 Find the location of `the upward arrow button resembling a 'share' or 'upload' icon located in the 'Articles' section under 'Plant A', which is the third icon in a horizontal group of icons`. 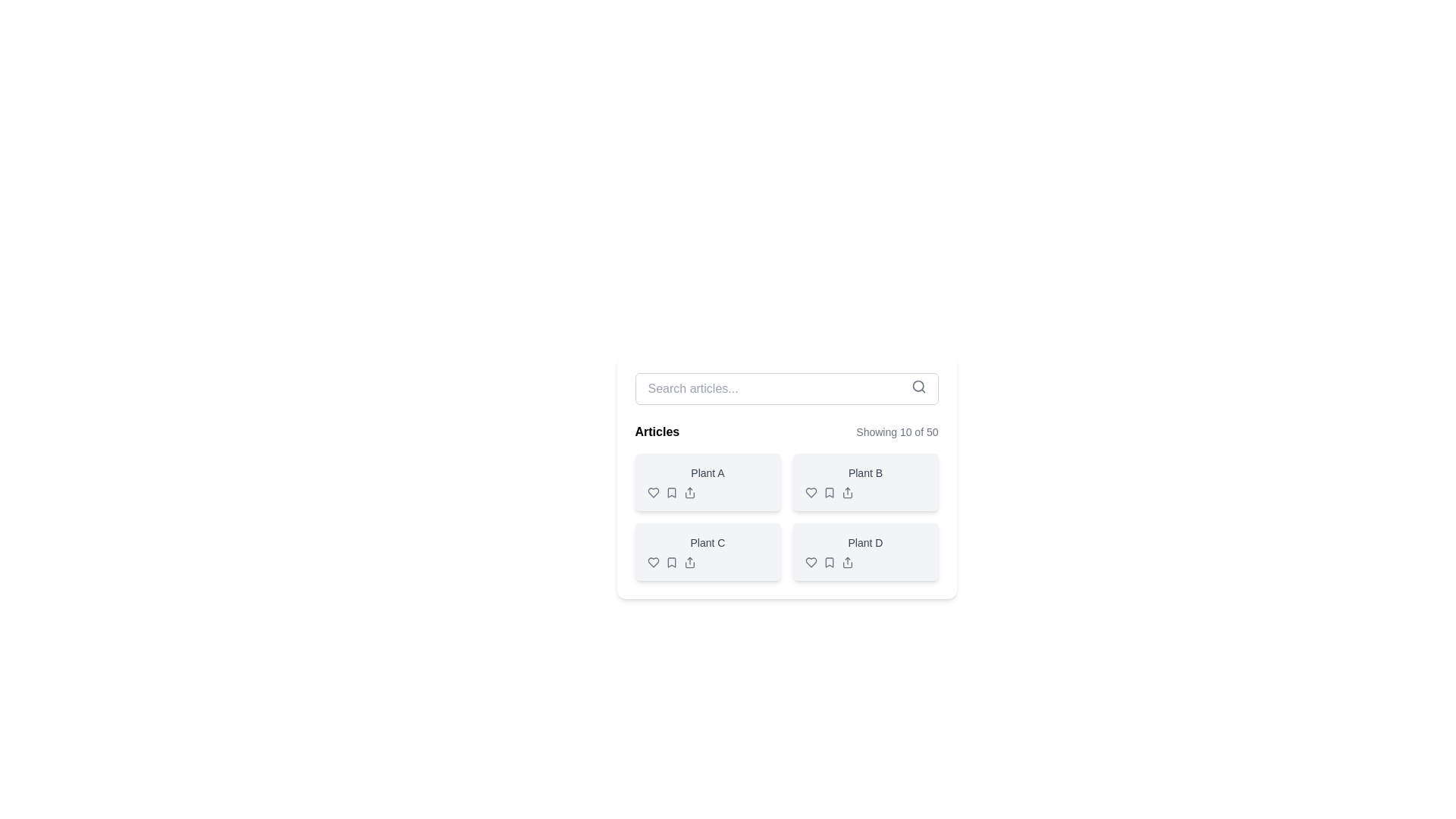

the upward arrow button resembling a 'share' or 'upload' icon located in the 'Articles' section under 'Plant A', which is the third icon in a horizontal group of icons is located at coordinates (689, 493).